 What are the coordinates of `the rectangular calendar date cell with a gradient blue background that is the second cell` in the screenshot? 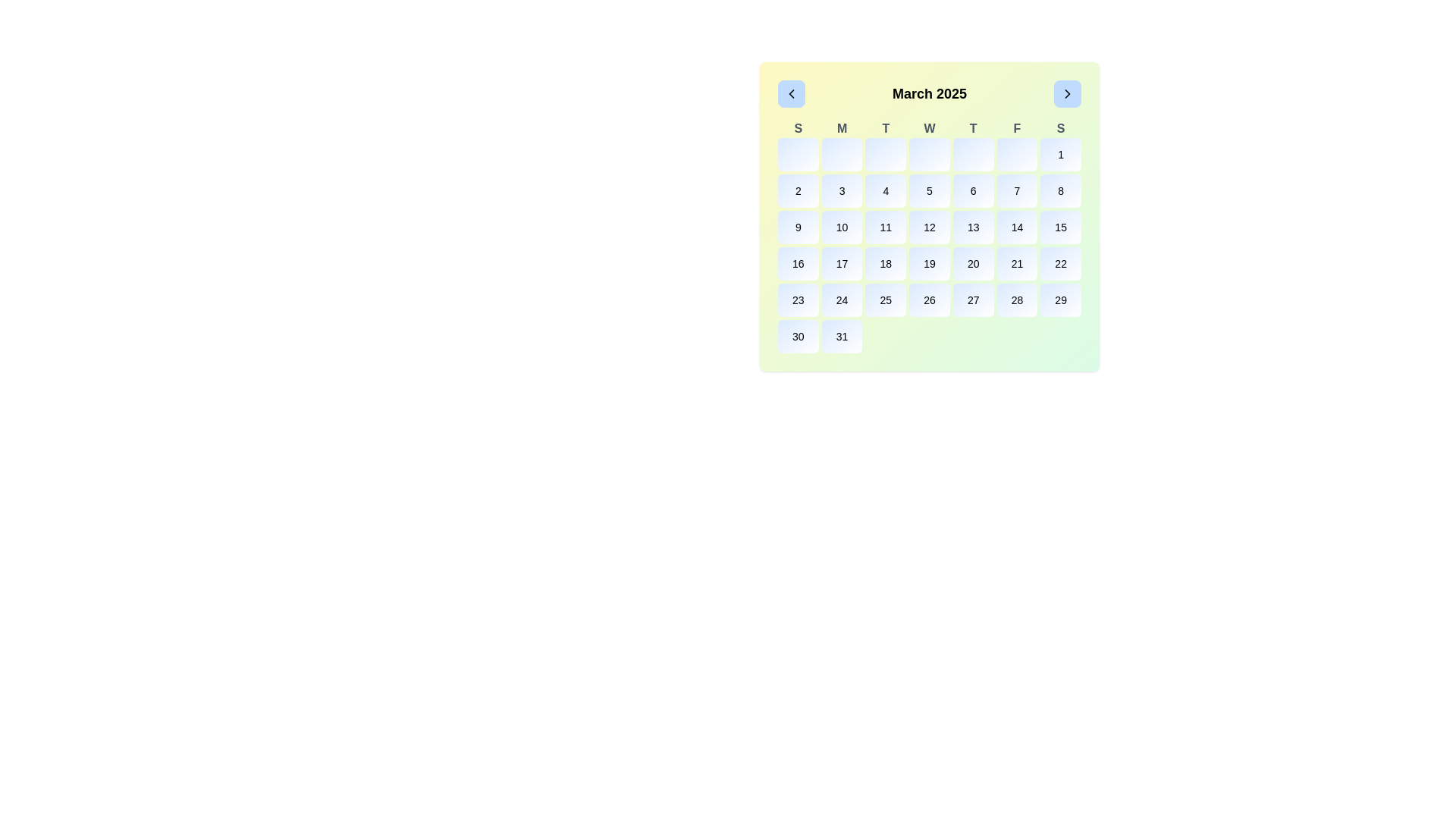 It's located at (841, 155).